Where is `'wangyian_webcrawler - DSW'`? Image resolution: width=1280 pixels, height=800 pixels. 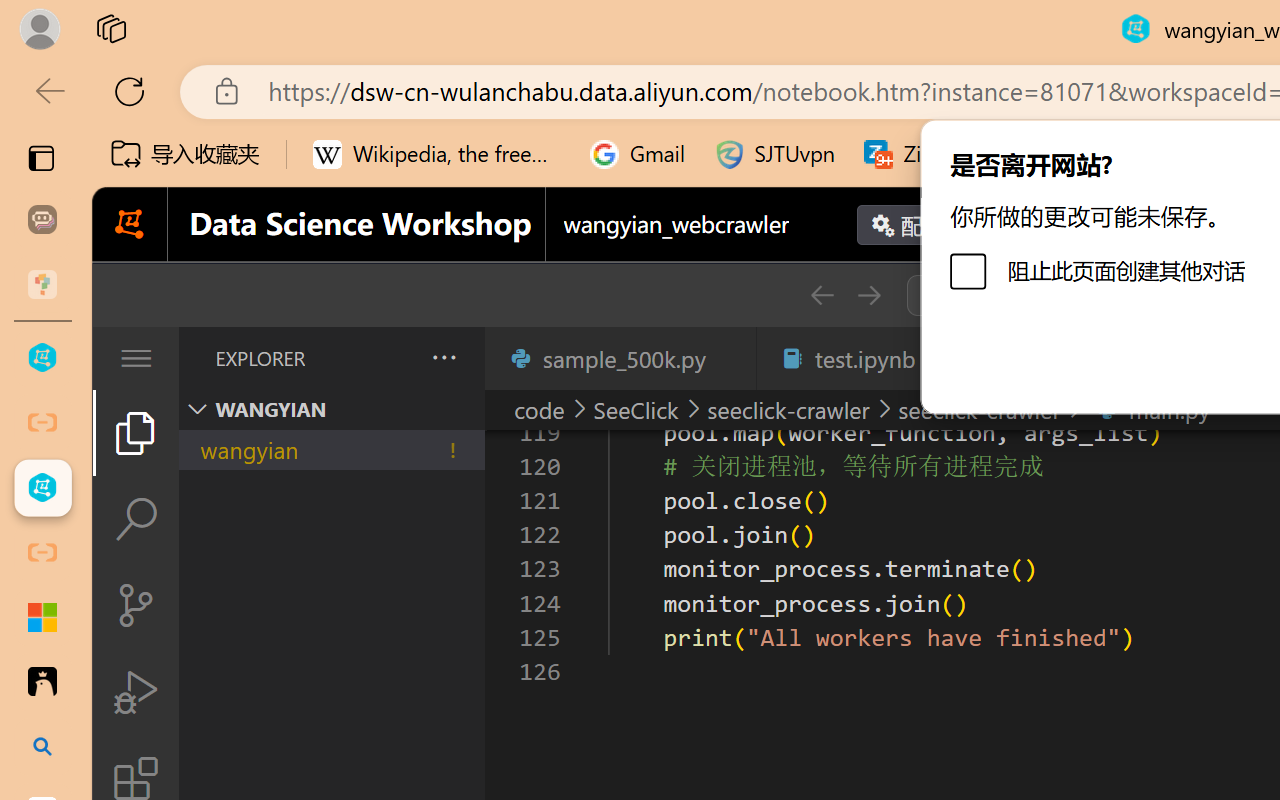
'wangyian_webcrawler - DSW' is located at coordinates (42, 488).